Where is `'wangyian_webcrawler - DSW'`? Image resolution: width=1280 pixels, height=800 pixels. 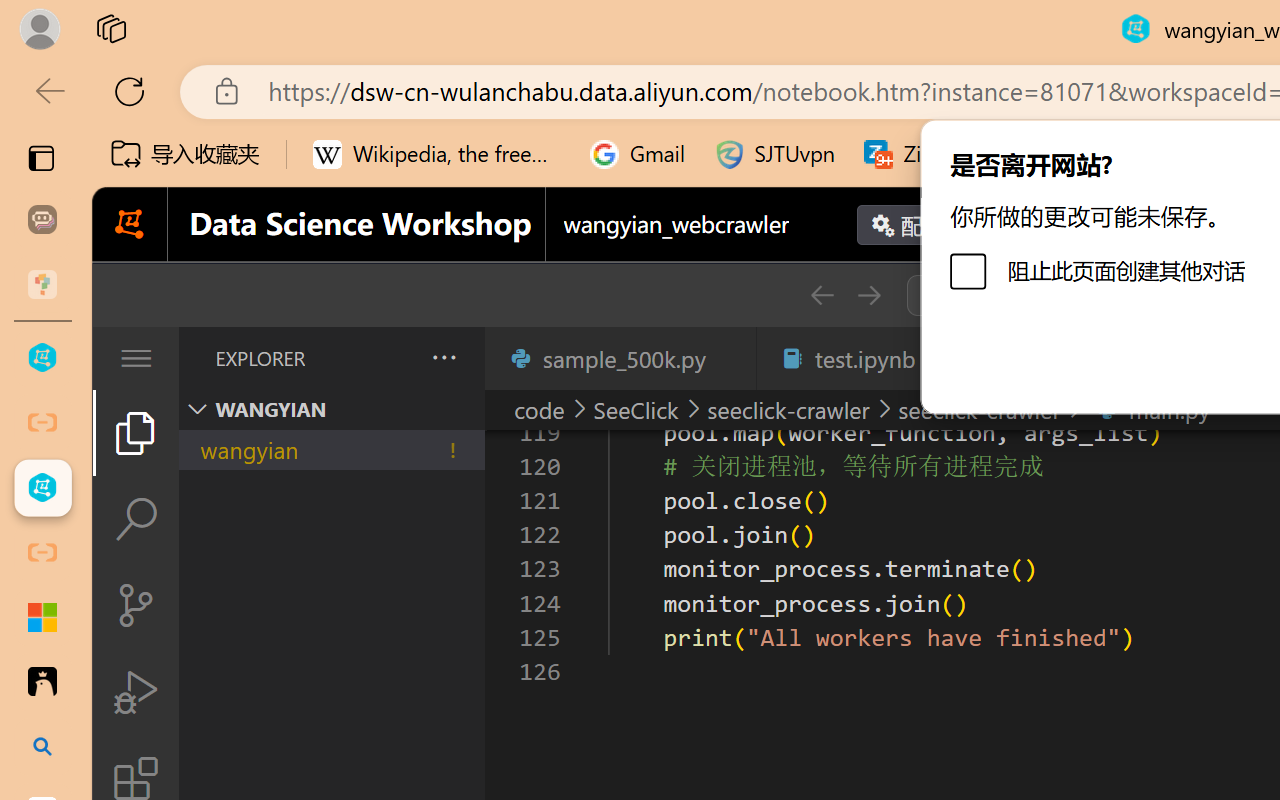
'wangyian_webcrawler - DSW' is located at coordinates (42, 488).